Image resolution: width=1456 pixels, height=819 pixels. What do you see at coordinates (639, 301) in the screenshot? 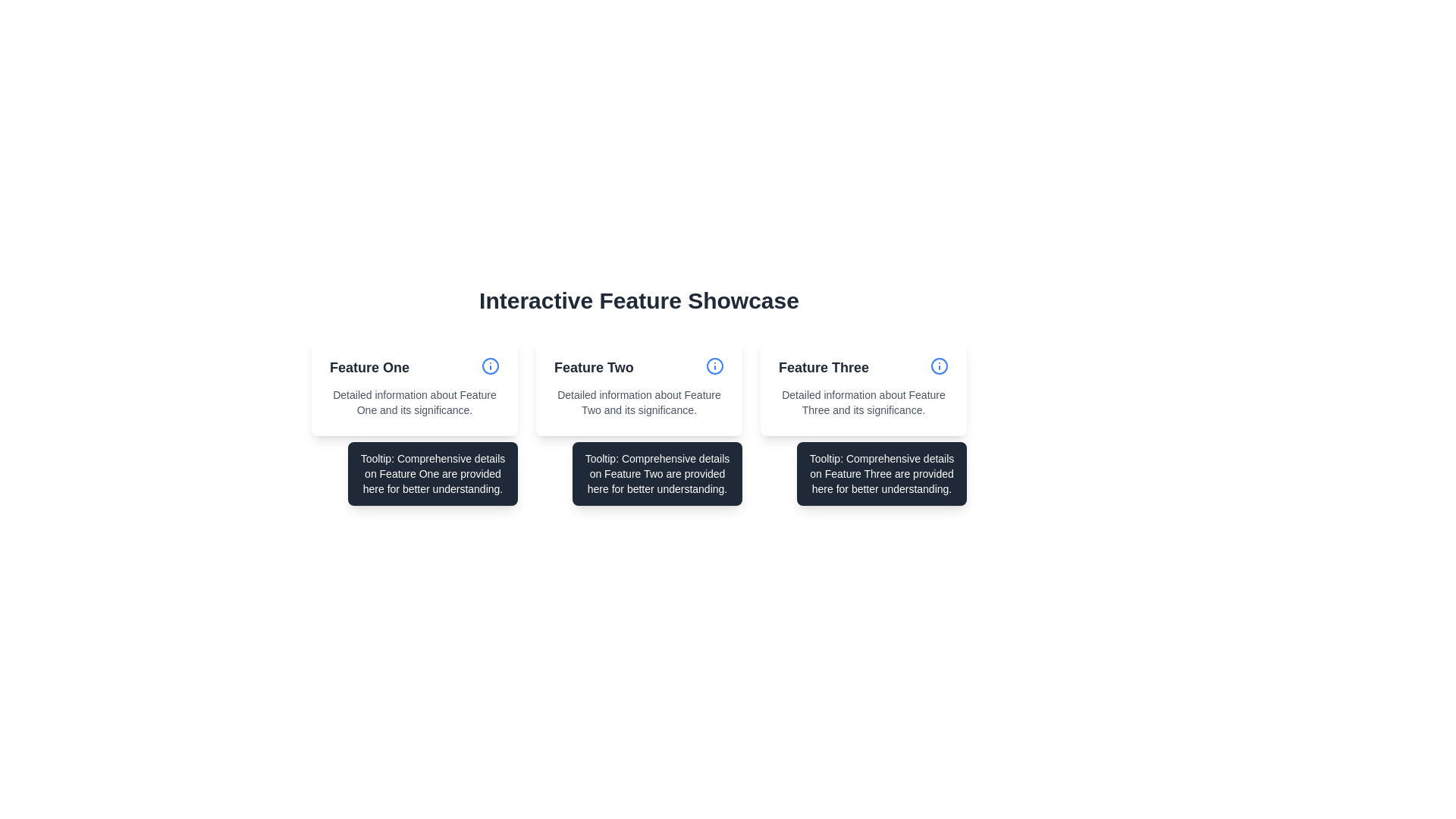
I see `header text 'Interactive Feature Showcase' which is a bold, centered title with a gray color scheme located at the top of the section` at bounding box center [639, 301].